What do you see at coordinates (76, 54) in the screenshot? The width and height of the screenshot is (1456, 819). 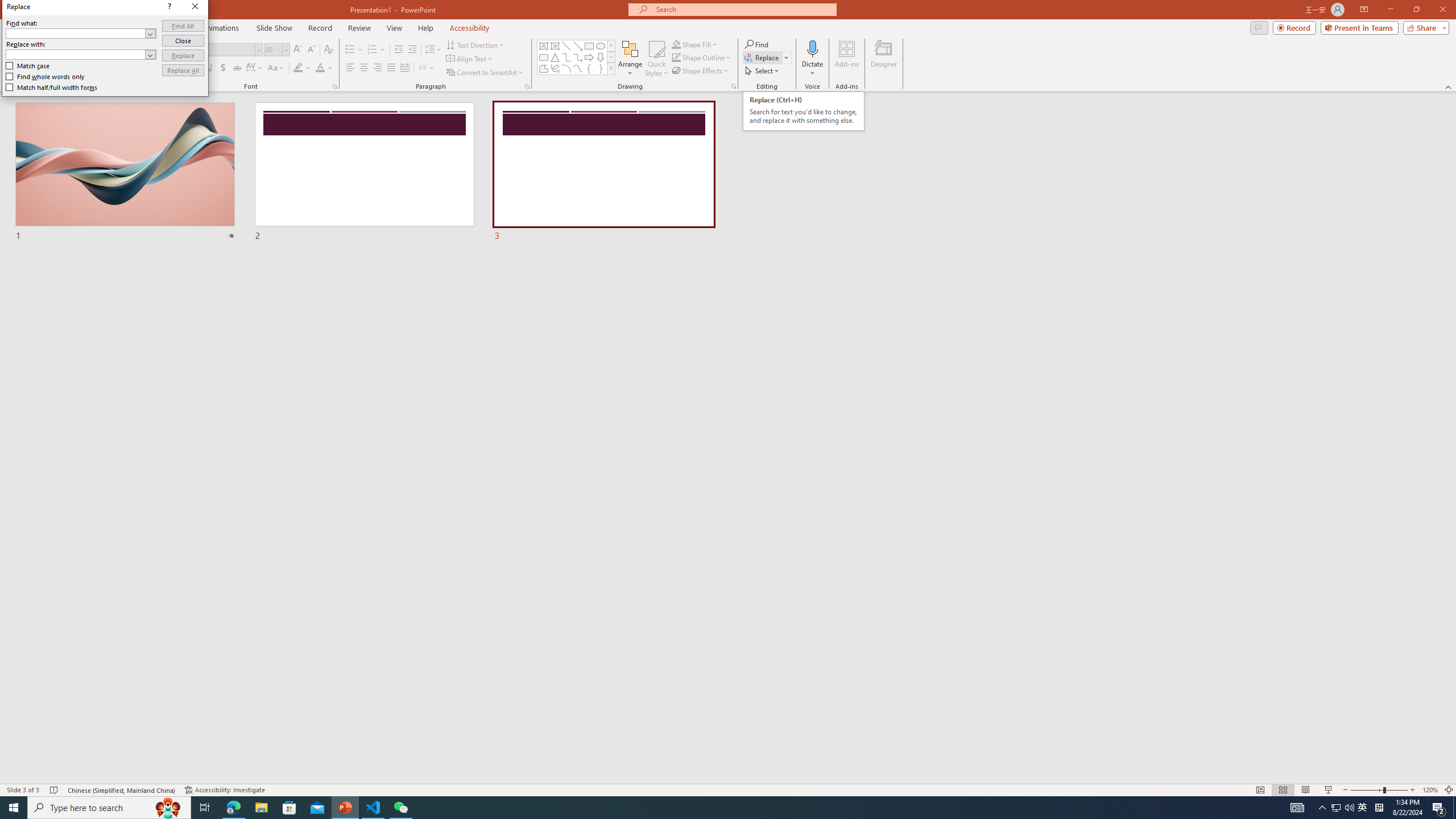 I see `'Replace with'` at bounding box center [76, 54].